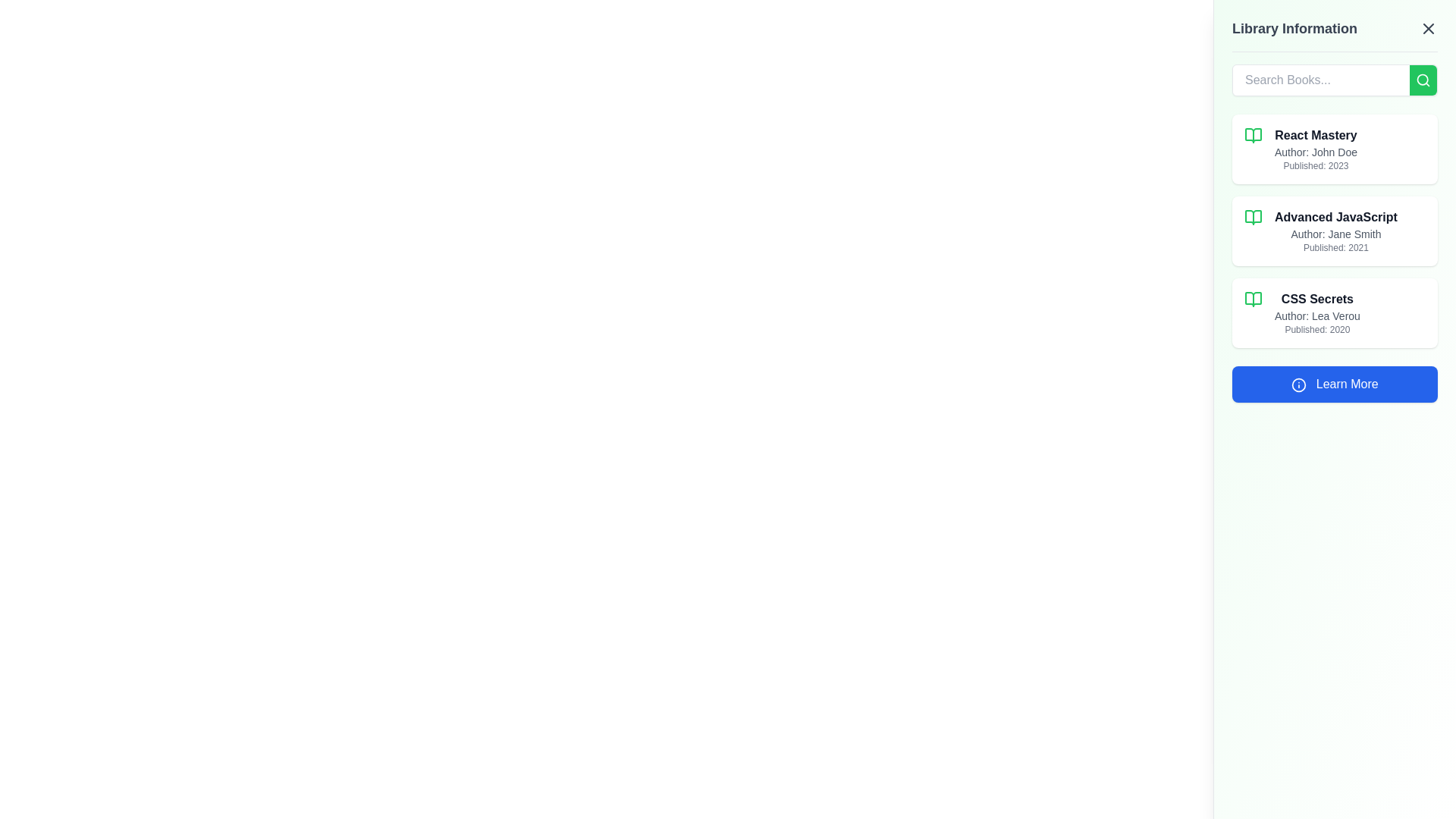 This screenshot has width=1456, height=819. Describe the element at coordinates (1316, 312) in the screenshot. I see `the informational block displaying details about a book, including its title, author, and publication year, located in the Library Information panel` at that location.